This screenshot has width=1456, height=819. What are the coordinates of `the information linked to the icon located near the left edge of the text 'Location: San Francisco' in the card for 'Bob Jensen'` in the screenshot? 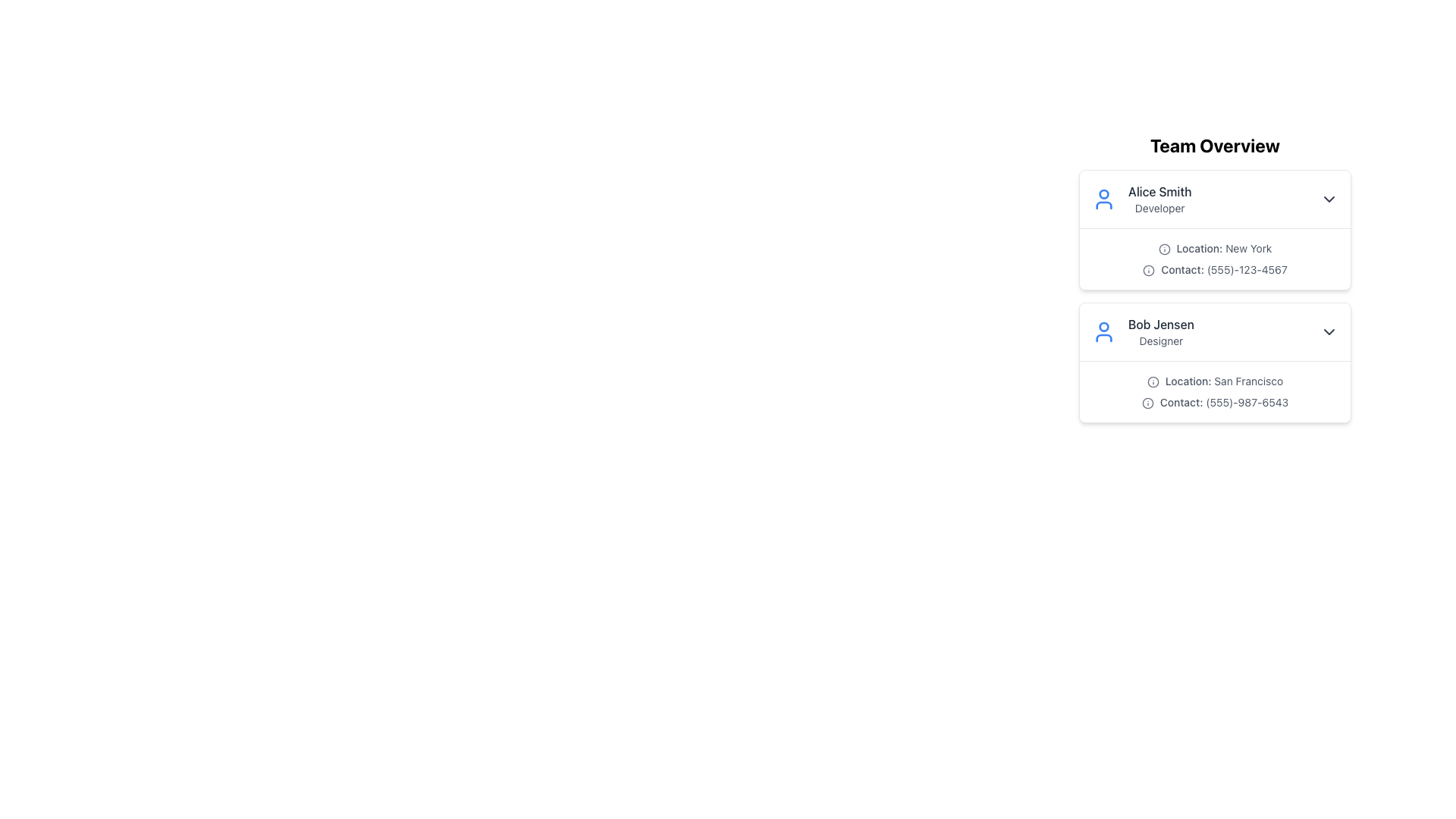 It's located at (1153, 381).